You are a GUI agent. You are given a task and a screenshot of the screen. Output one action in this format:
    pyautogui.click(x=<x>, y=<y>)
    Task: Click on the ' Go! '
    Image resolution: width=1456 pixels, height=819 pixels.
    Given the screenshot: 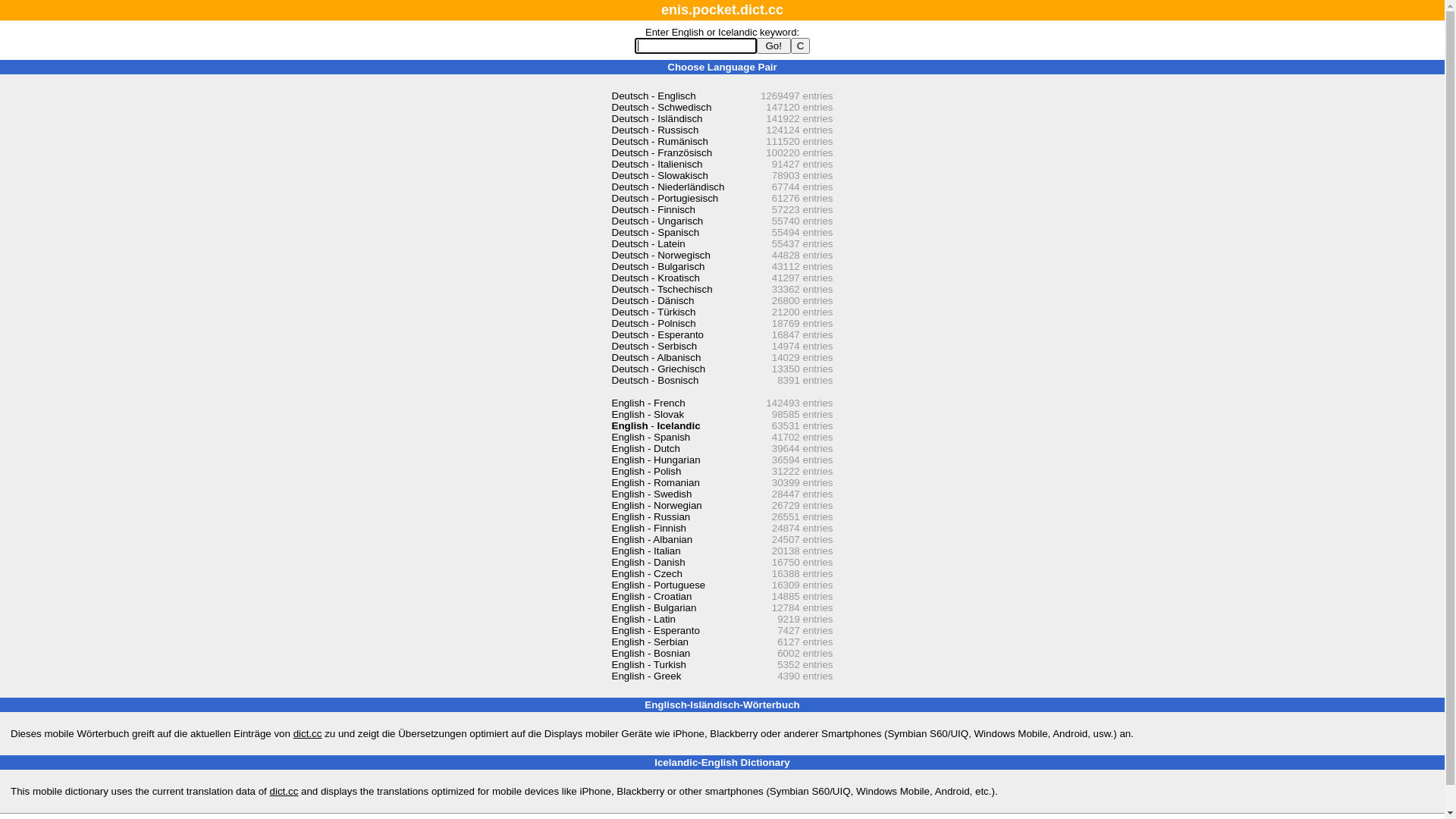 What is the action you would take?
    pyautogui.click(x=773, y=45)
    